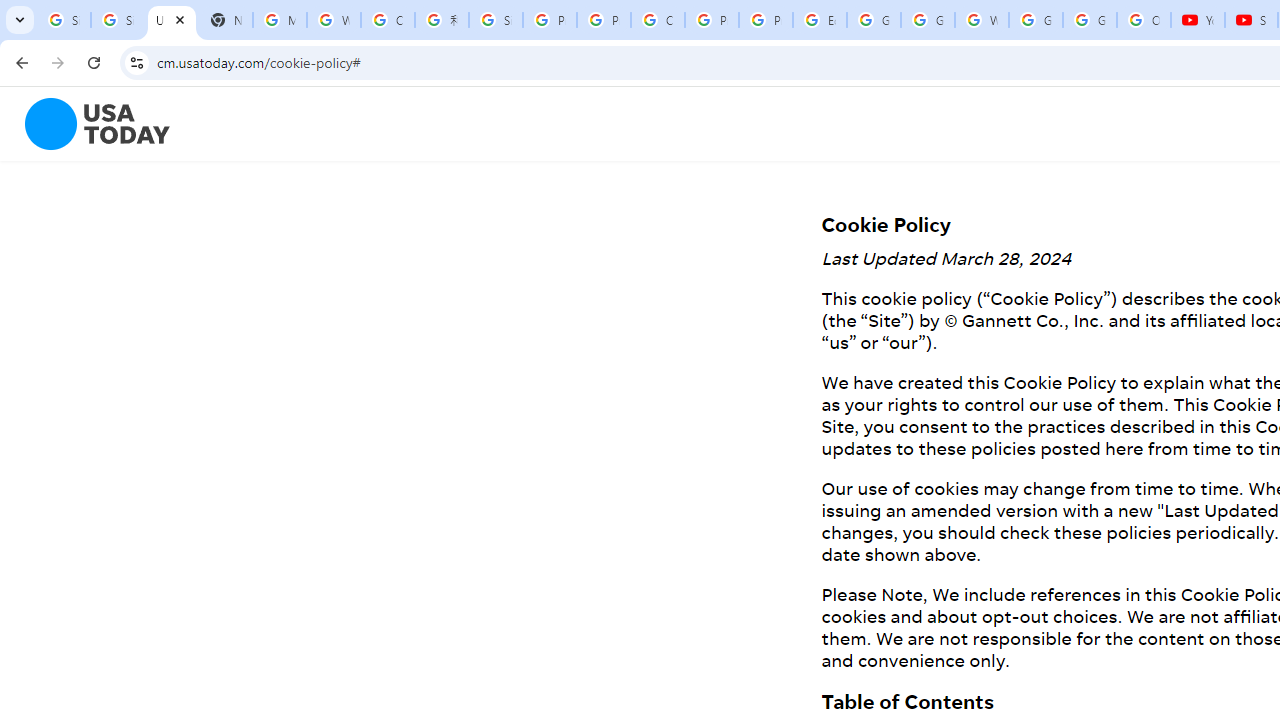 This screenshot has width=1280, height=720. What do you see at coordinates (819, 20) in the screenshot?
I see `'Edit and view right-to-left text - Google Docs Editors Help'` at bounding box center [819, 20].